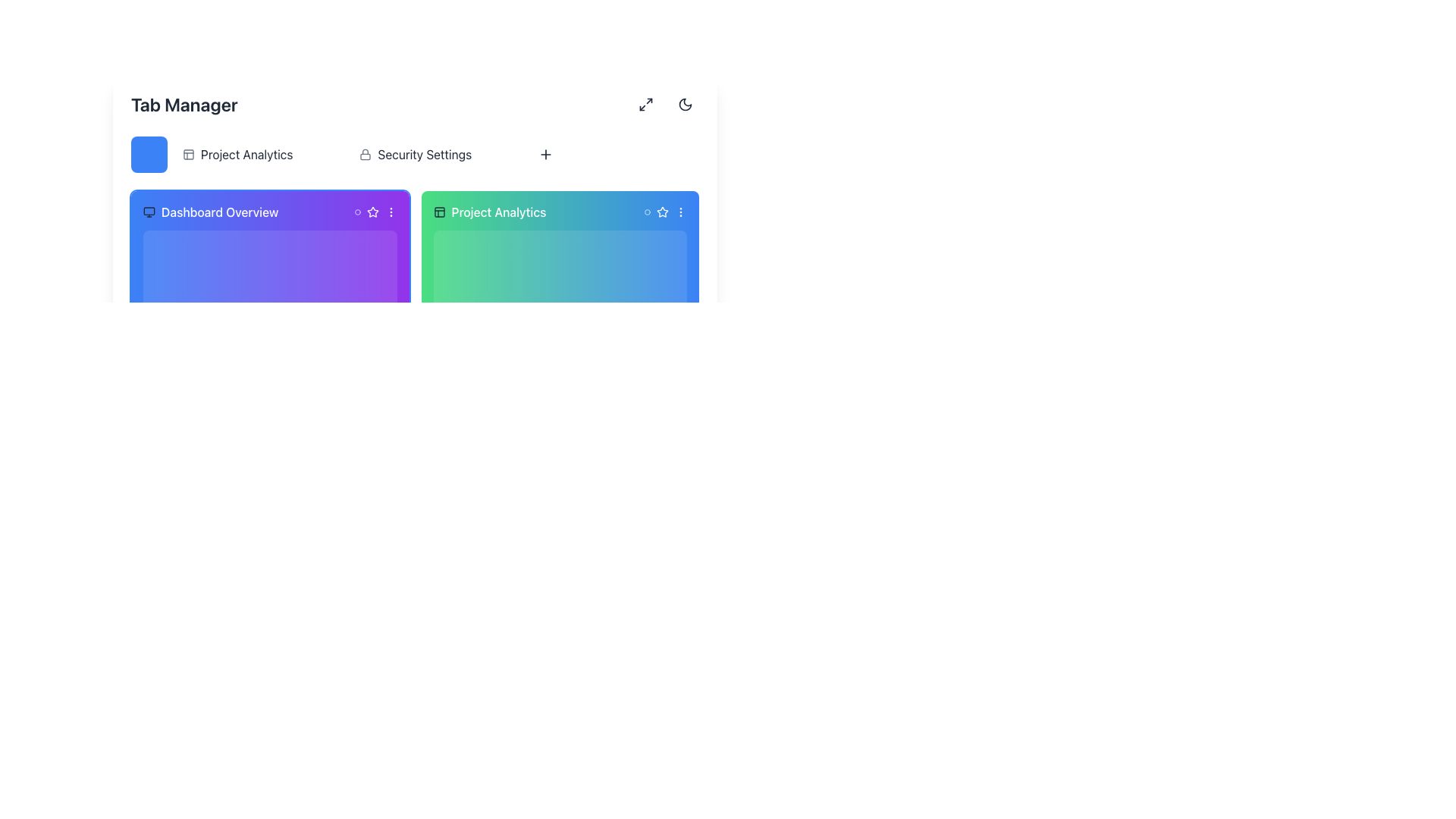  I want to click on the icon button in the top-right corner of the interface, so click(645, 104).